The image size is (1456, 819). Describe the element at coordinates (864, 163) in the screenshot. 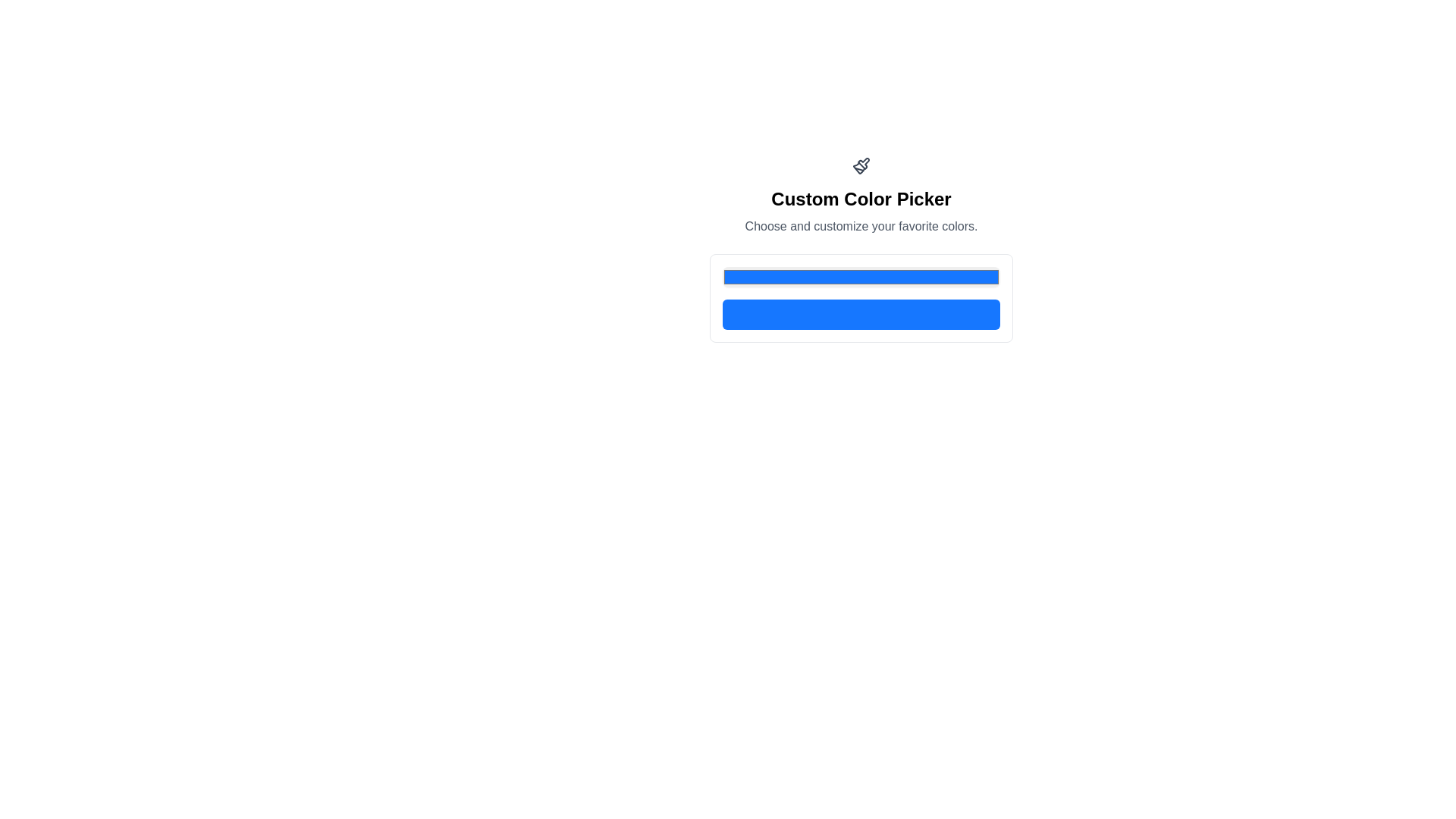

I see `the decorative paintbrush icon located centrally above the 'Custom Color Picker' text label and slightly above the interactive blue buttons` at that location.